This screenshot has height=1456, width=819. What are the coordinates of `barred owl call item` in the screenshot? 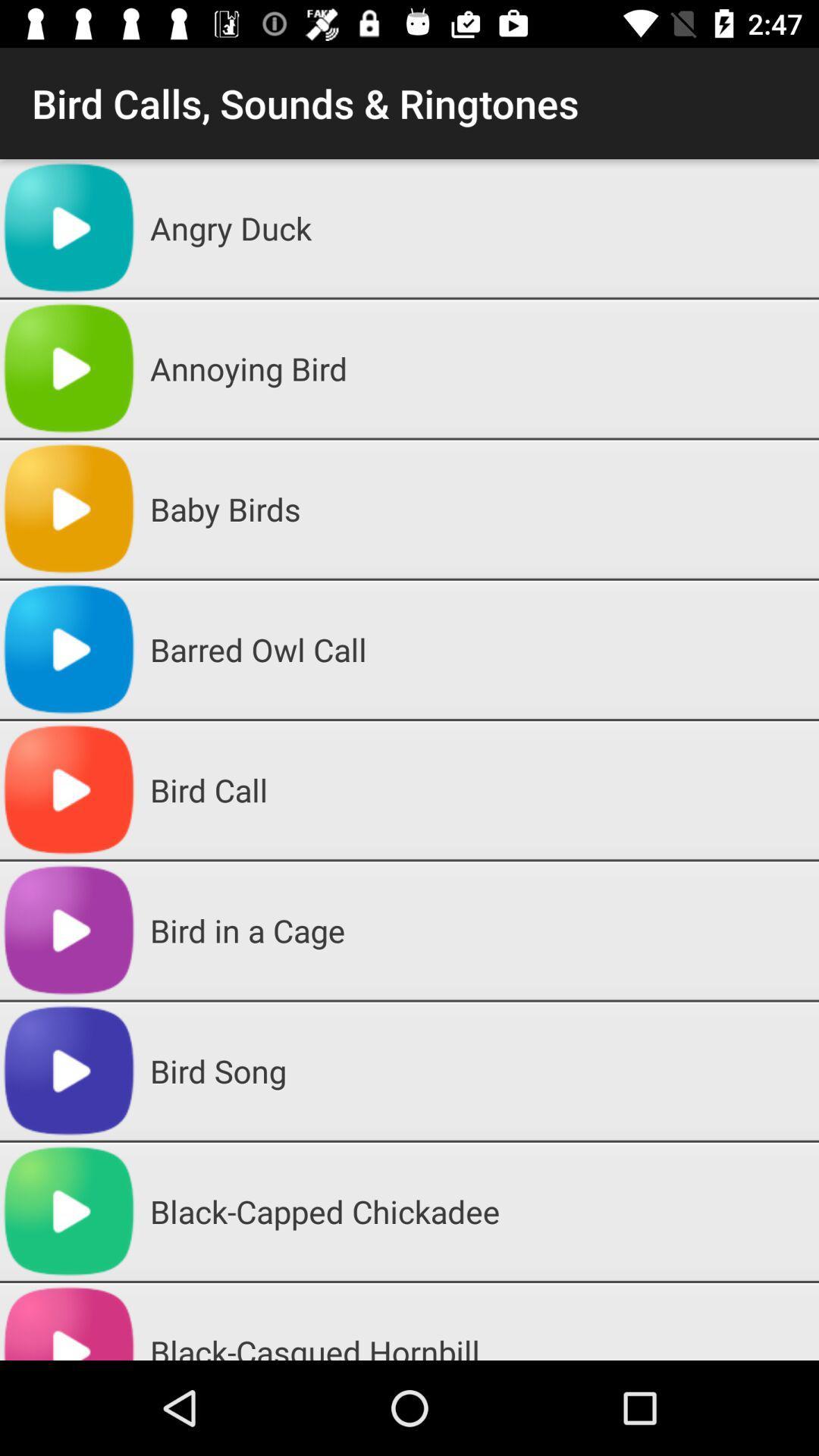 It's located at (479, 649).